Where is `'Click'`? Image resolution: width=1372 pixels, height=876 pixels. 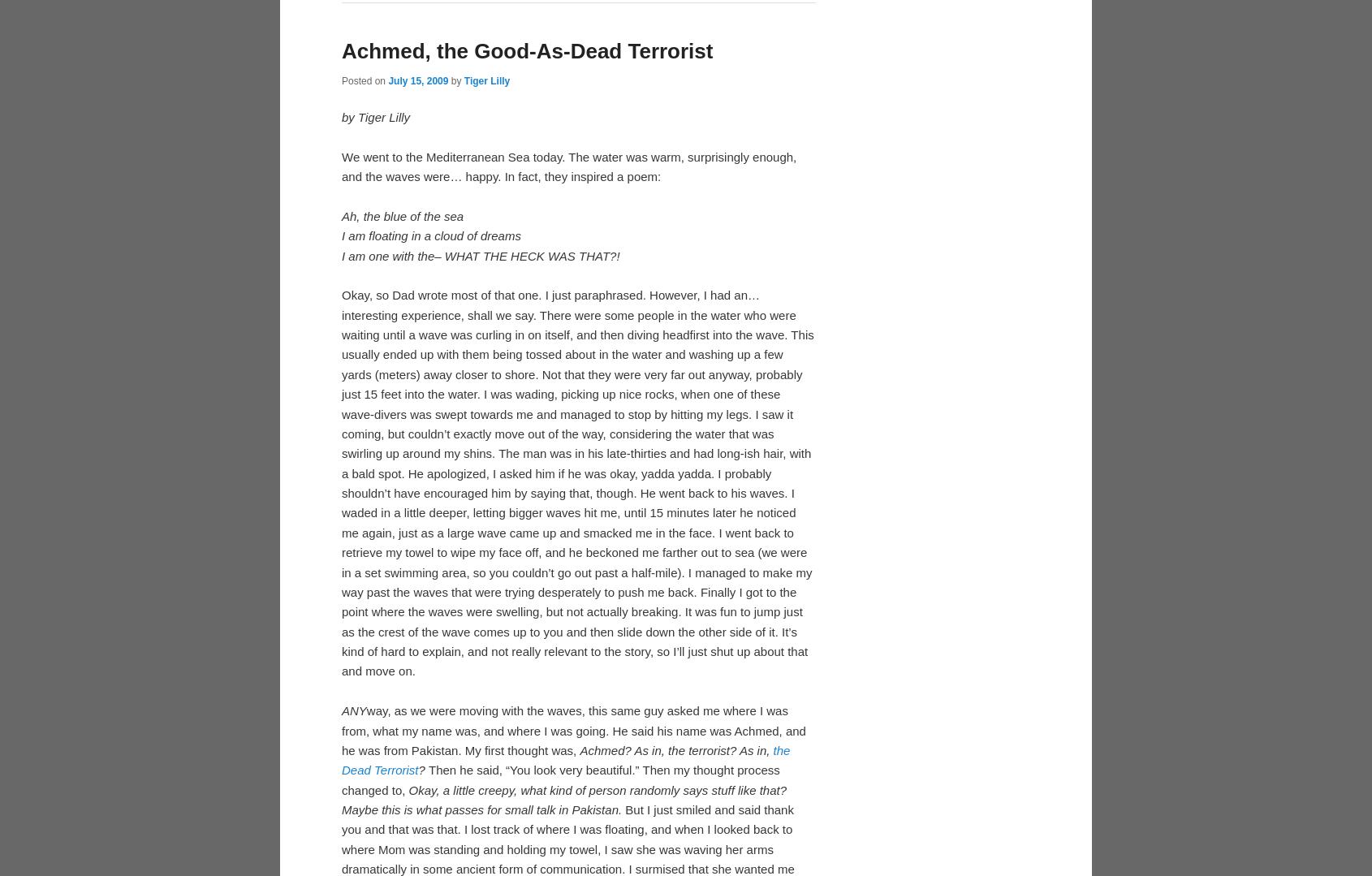
'Click' is located at coordinates (356, 114).